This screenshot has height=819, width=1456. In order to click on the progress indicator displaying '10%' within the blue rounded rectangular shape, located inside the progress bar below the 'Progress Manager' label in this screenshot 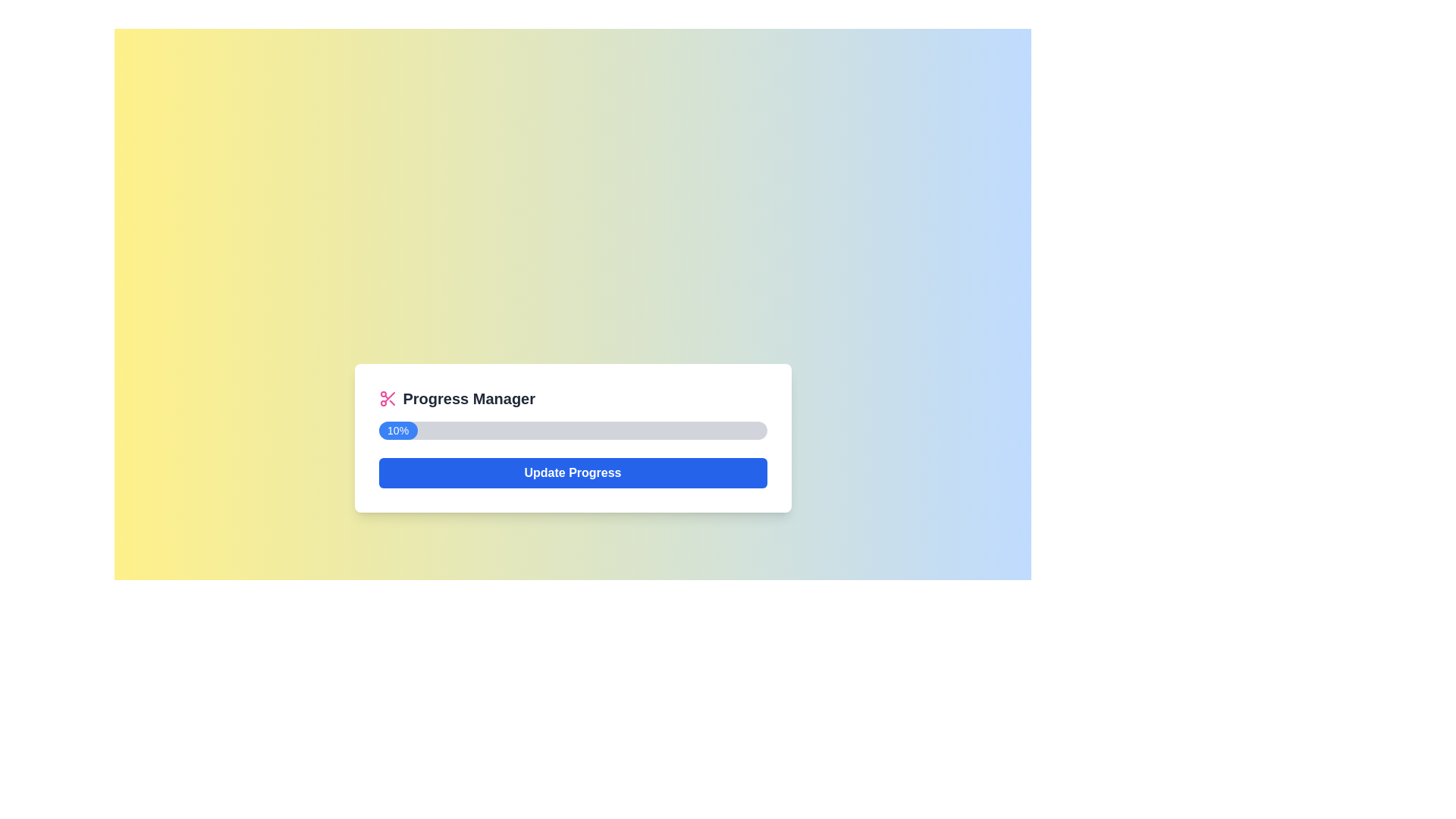, I will do `click(398, 430)`.